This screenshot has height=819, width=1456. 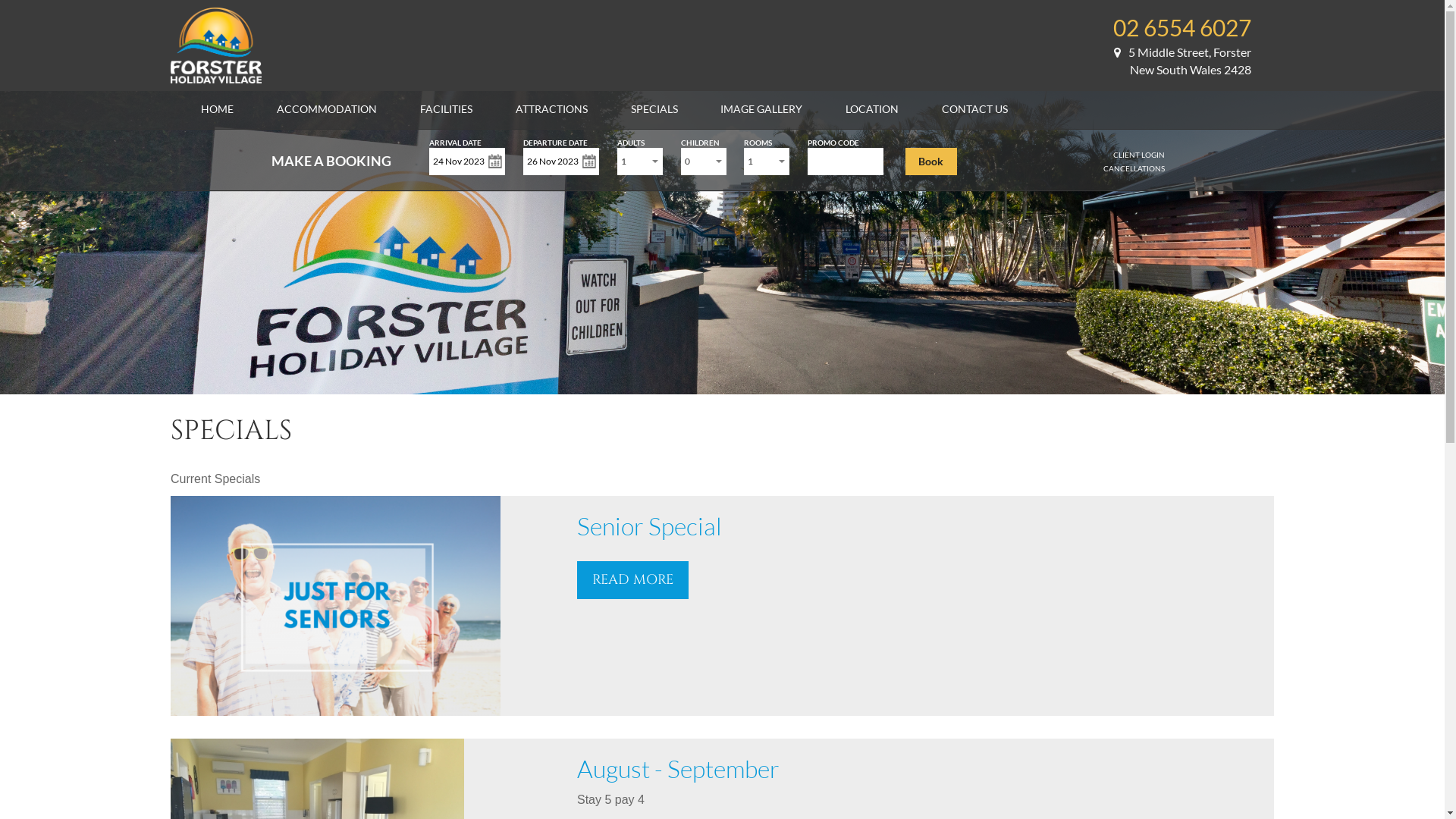 I want to click on '5 Middle Street, Forster, so click(x=1181, y=60).